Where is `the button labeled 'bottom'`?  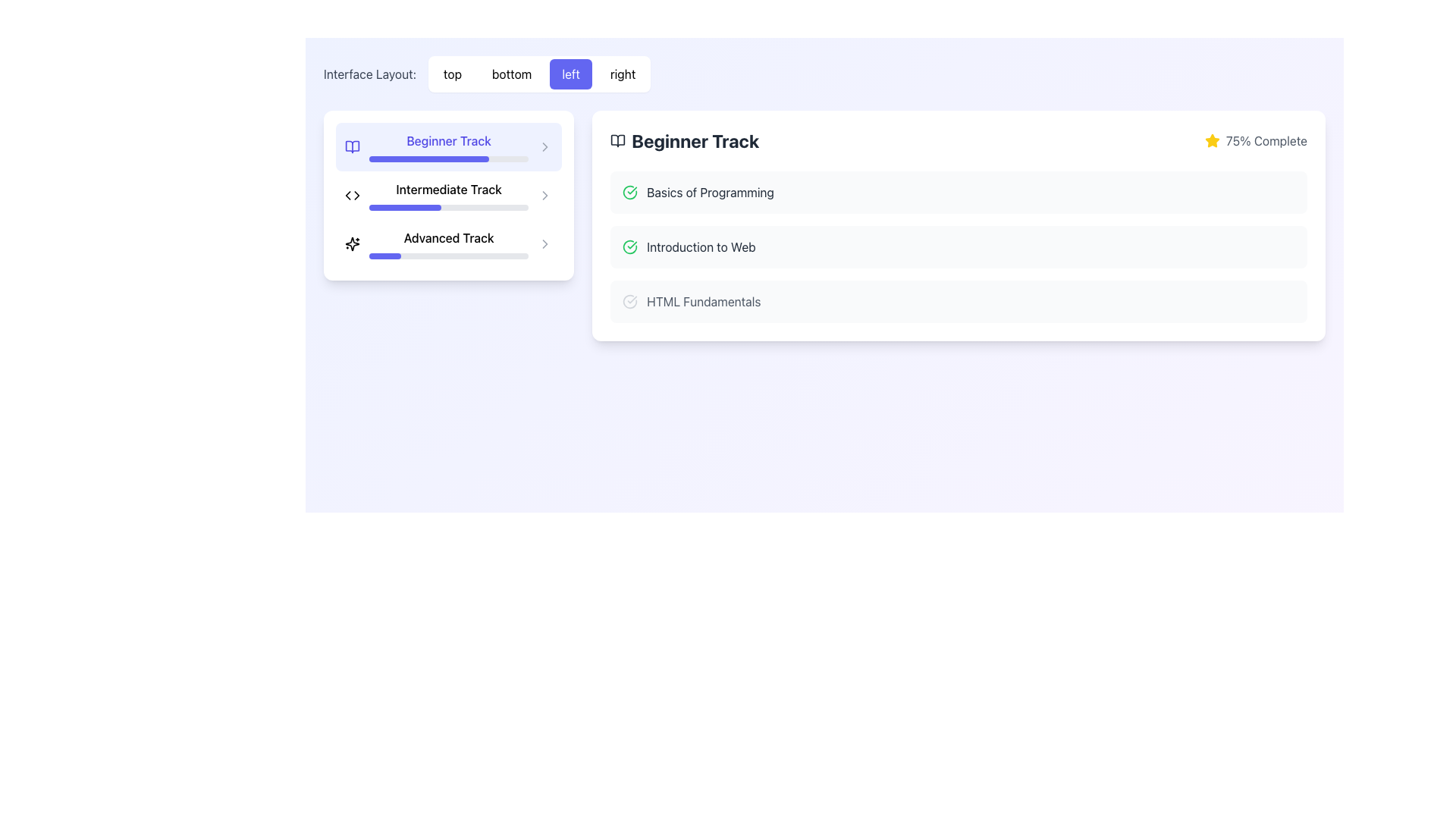 the button labeled 'bottom' is located at coordinates (512, 74).